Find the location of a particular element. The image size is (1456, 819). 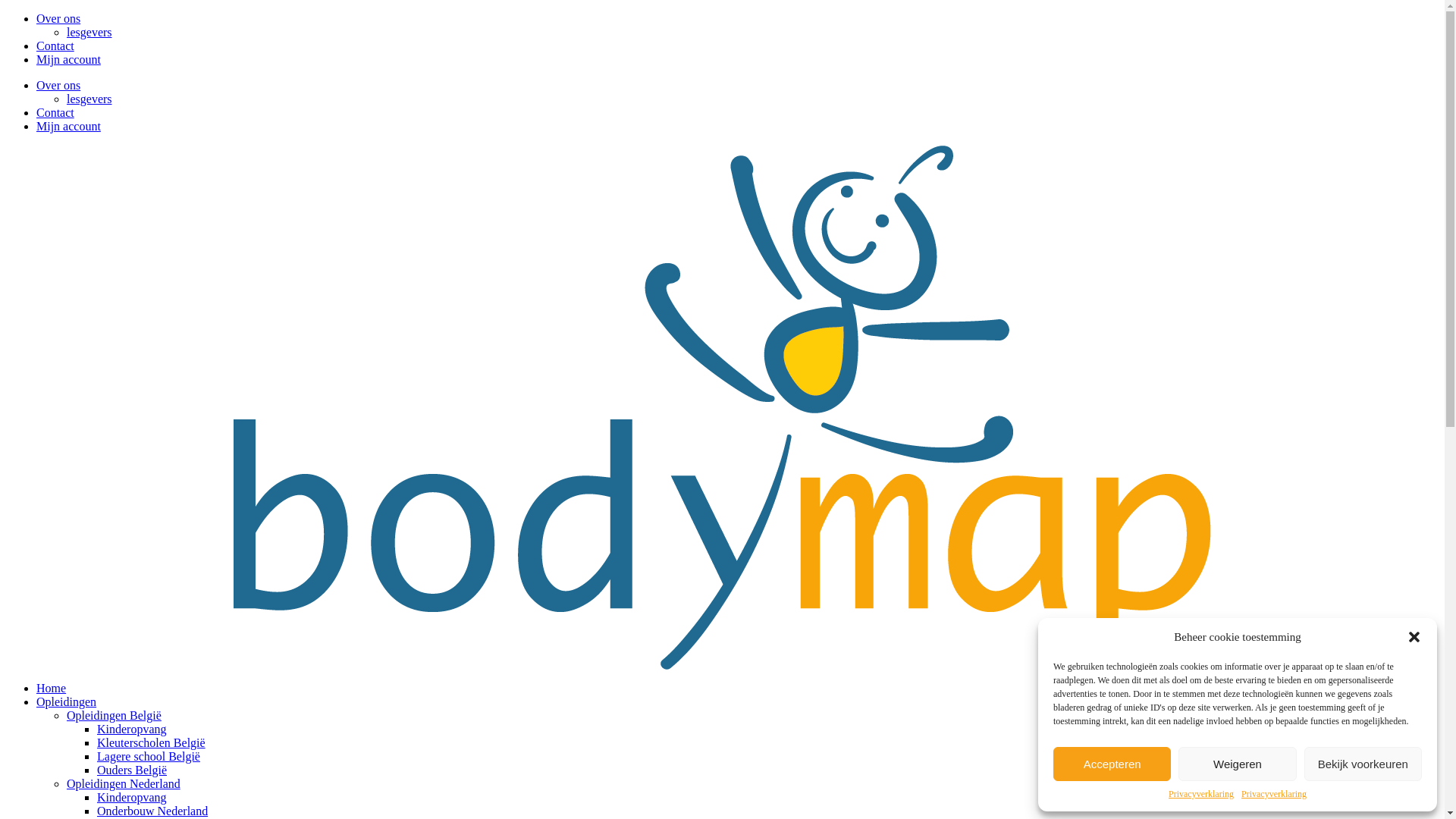

'Opleidingen' is located at coordinates (65, 701).